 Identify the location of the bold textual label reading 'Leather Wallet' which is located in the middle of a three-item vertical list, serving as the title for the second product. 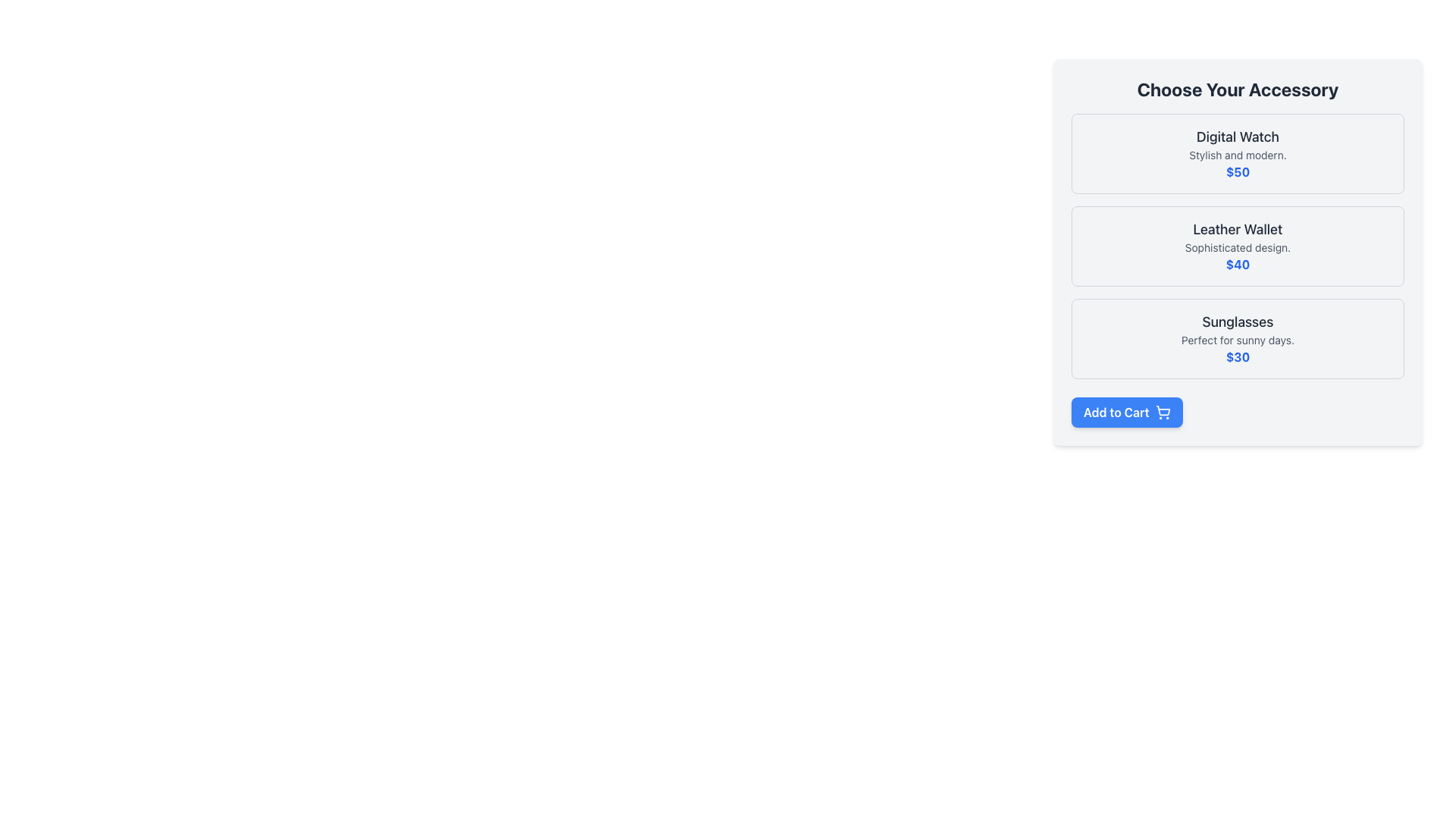
(1238, 230).